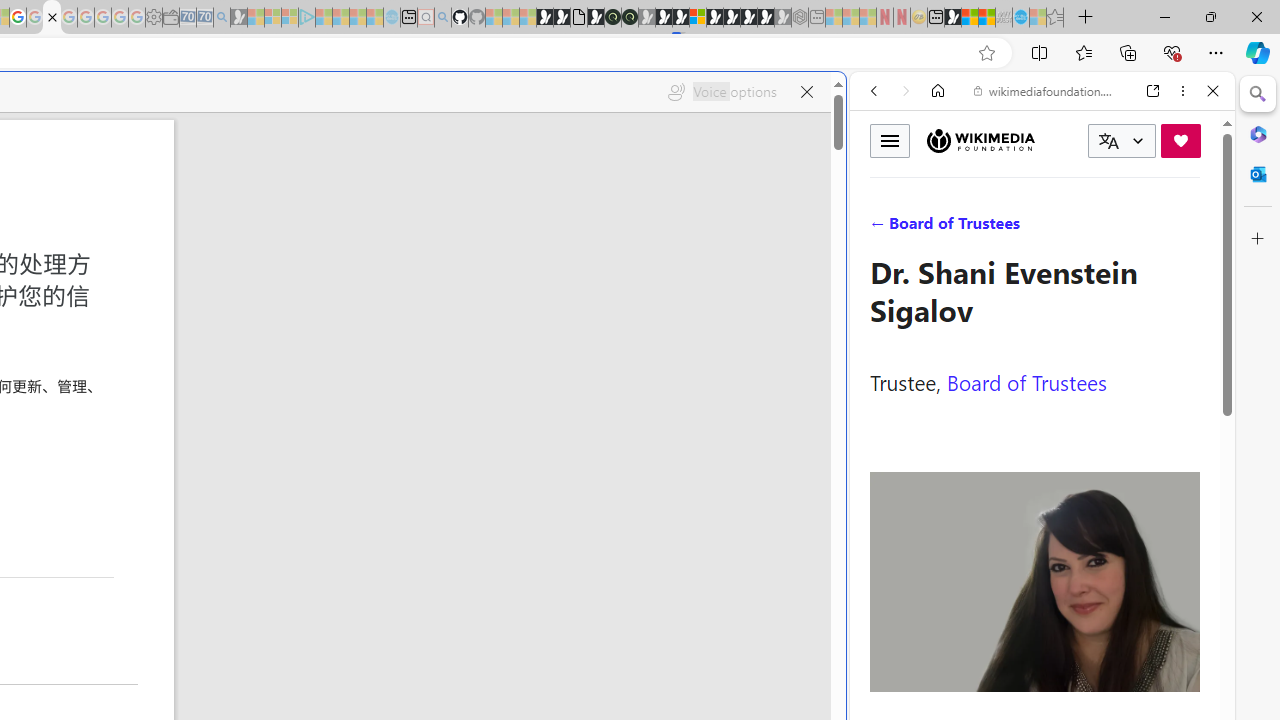  I want to click on 'github - Search - Sleeping', so click(441, 17).